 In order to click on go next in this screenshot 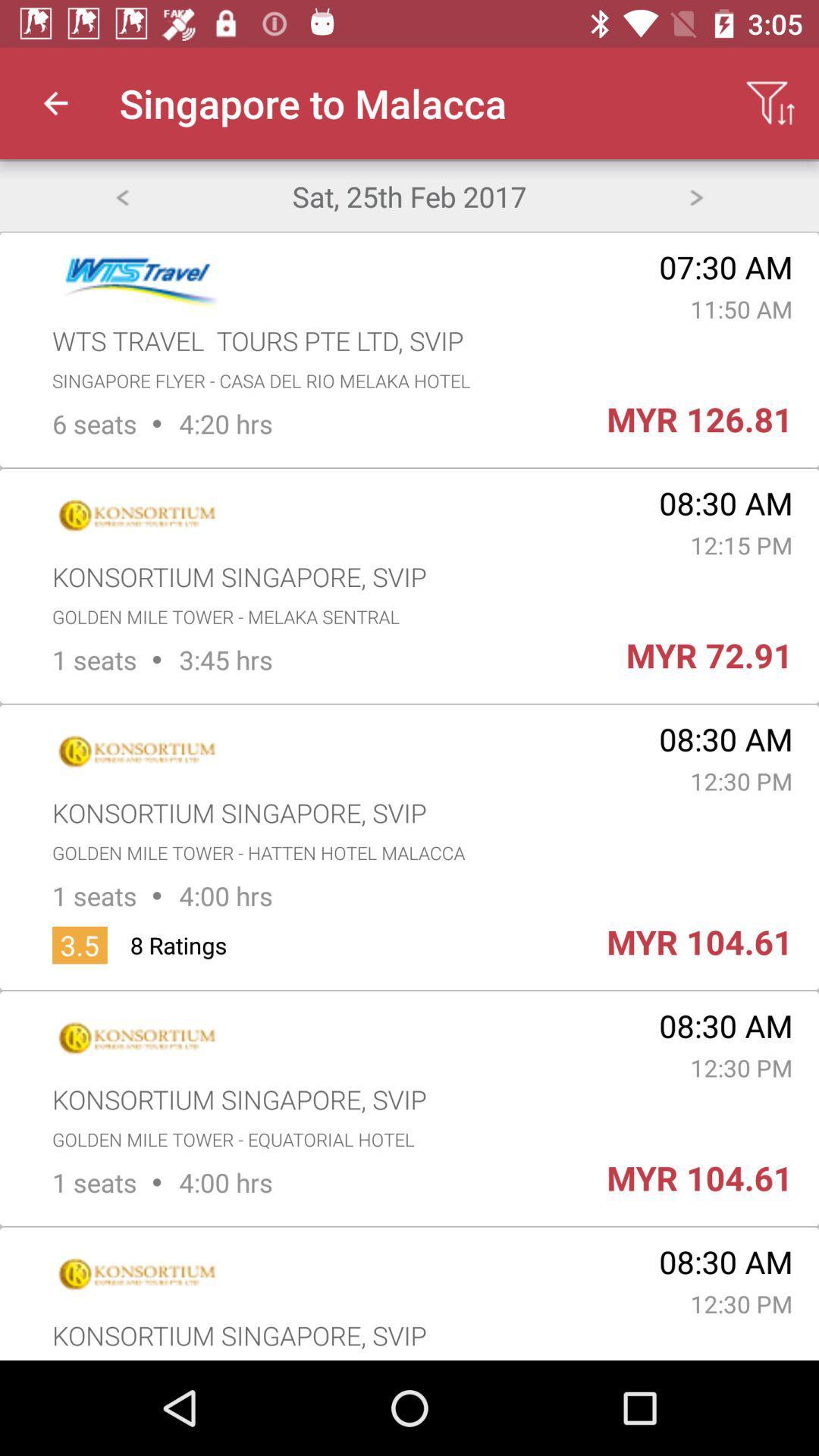, I will do `click(696, 195)`.